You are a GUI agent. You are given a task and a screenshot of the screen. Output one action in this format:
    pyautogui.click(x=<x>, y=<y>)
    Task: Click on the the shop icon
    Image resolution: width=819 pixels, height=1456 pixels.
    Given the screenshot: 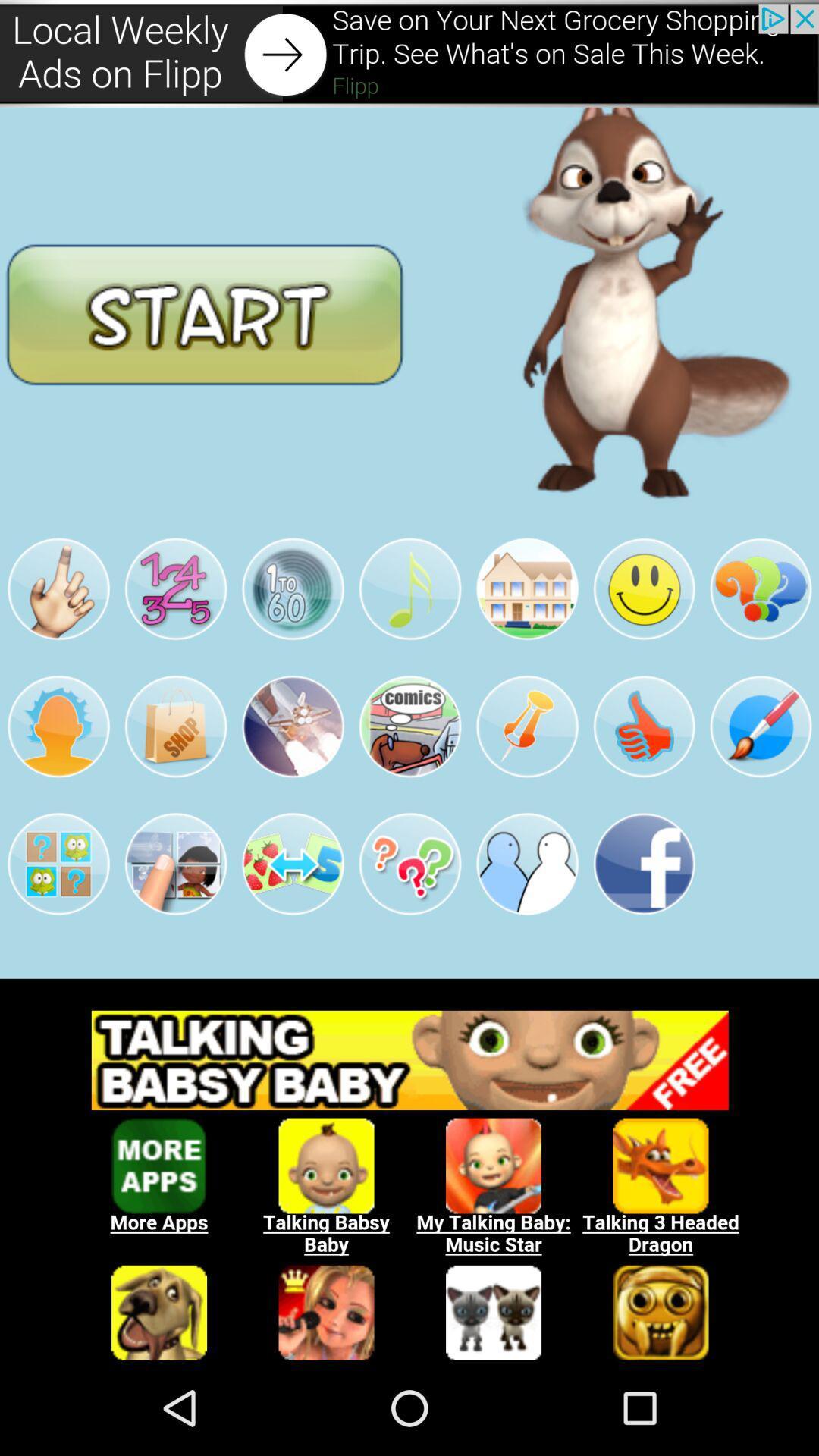 What is the action you would take?
    pyautogui.click(x=174, y=777)
    